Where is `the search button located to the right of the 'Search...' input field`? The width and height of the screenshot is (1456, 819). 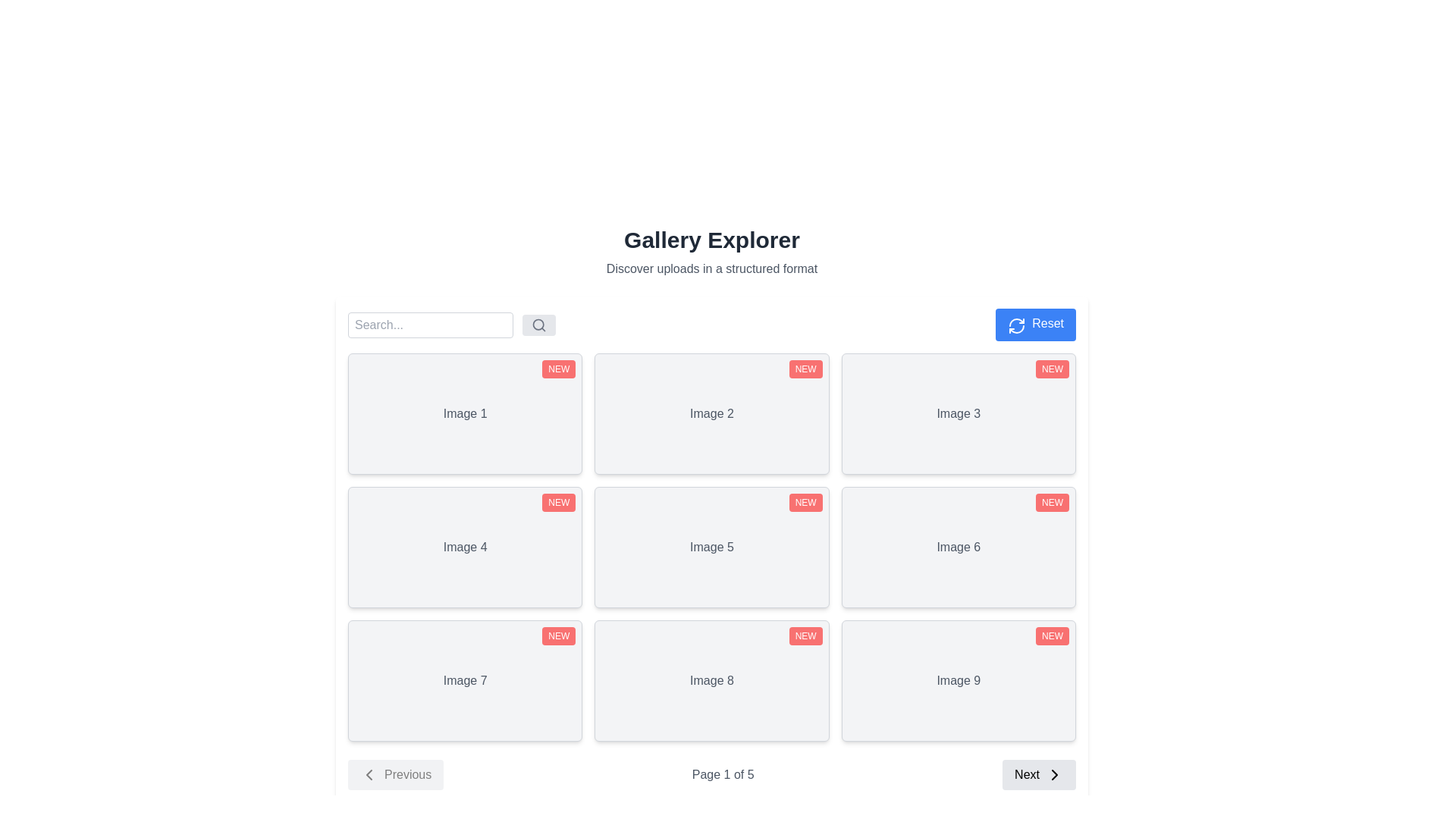 the search button located to the right of the 'Search...' input field is located at coordinates (538, 324).